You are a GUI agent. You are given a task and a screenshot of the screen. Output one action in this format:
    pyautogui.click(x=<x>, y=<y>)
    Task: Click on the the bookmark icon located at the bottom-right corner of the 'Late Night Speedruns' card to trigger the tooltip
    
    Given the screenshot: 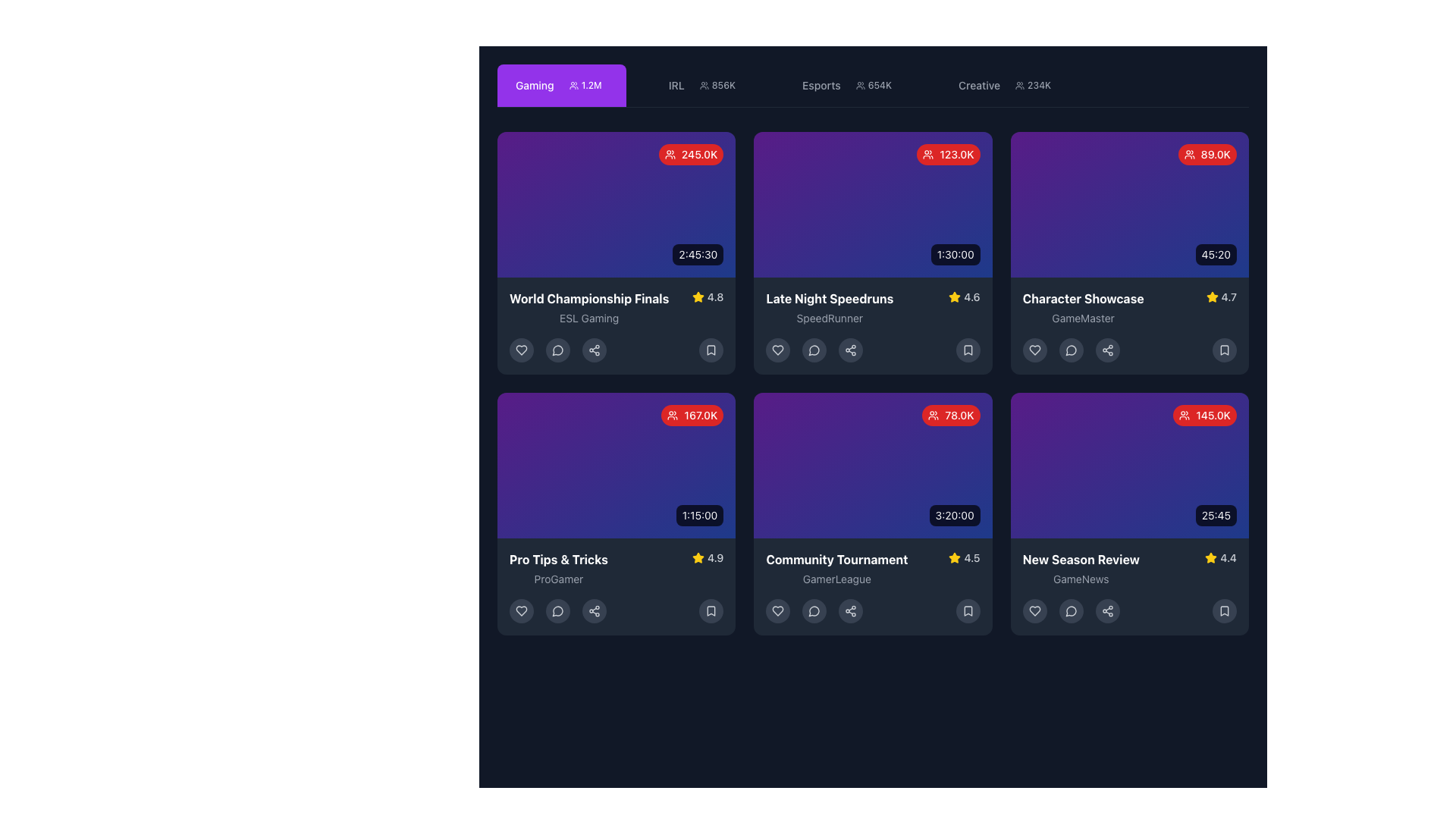 What is the action you would take?
    pyautogui.click(x=967, y=350)
    